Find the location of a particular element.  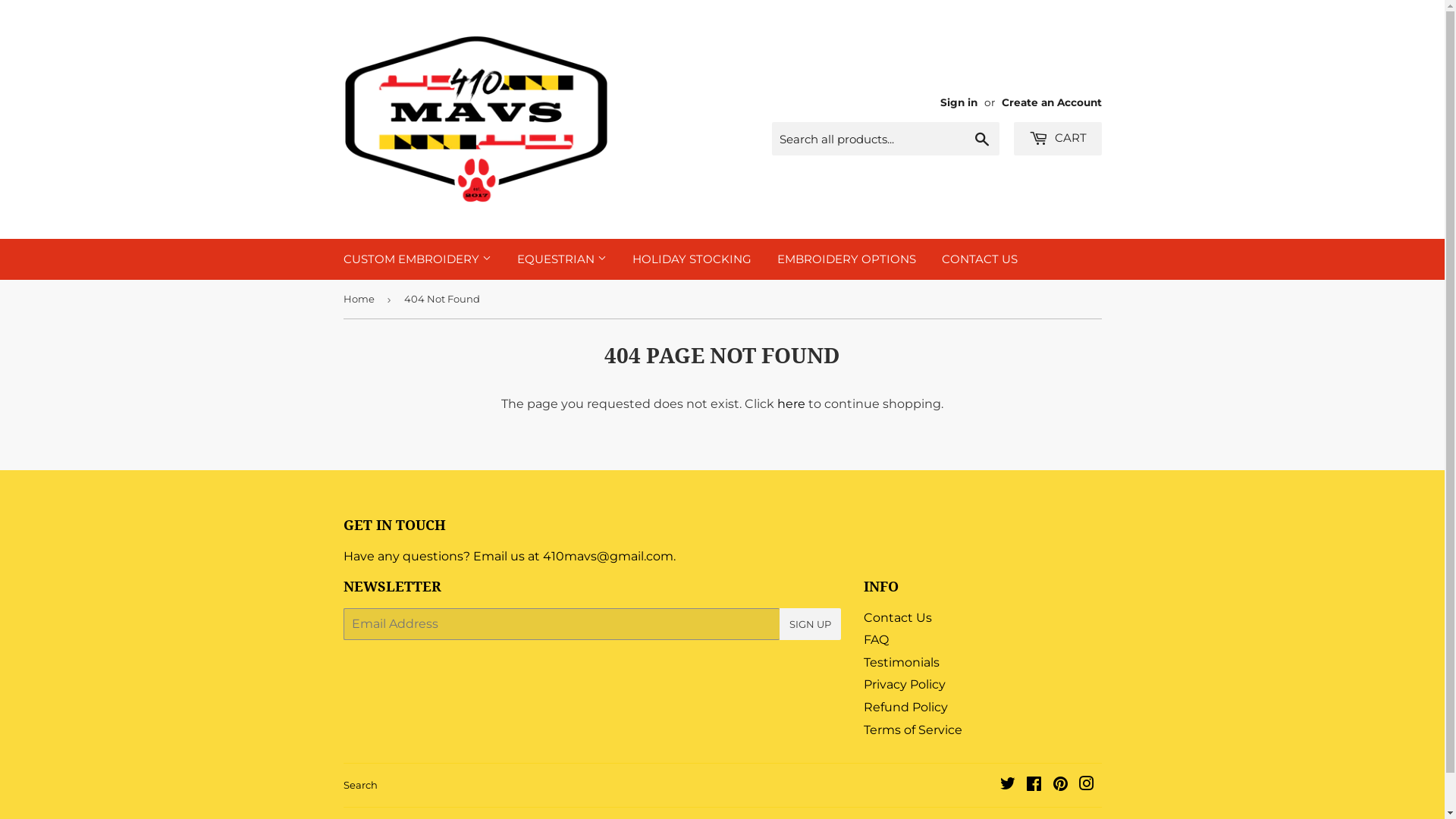

'Twitter' is located at coordinates (999, 785).